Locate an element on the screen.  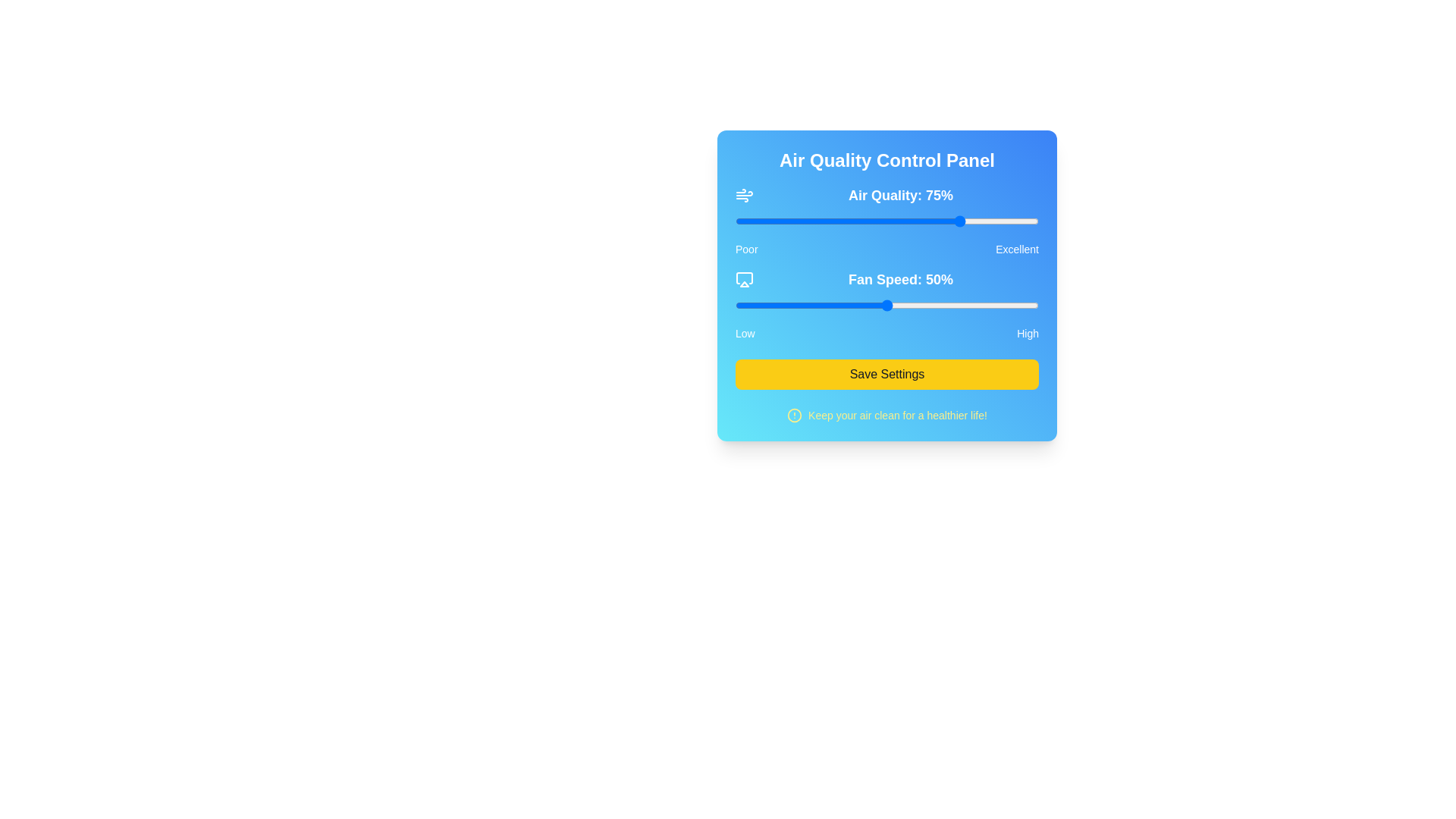
the Label displaying the word 'Low' in white text on a blue background, located at the left edge of the 'Low-High' section is located at coordinates (745, 332).